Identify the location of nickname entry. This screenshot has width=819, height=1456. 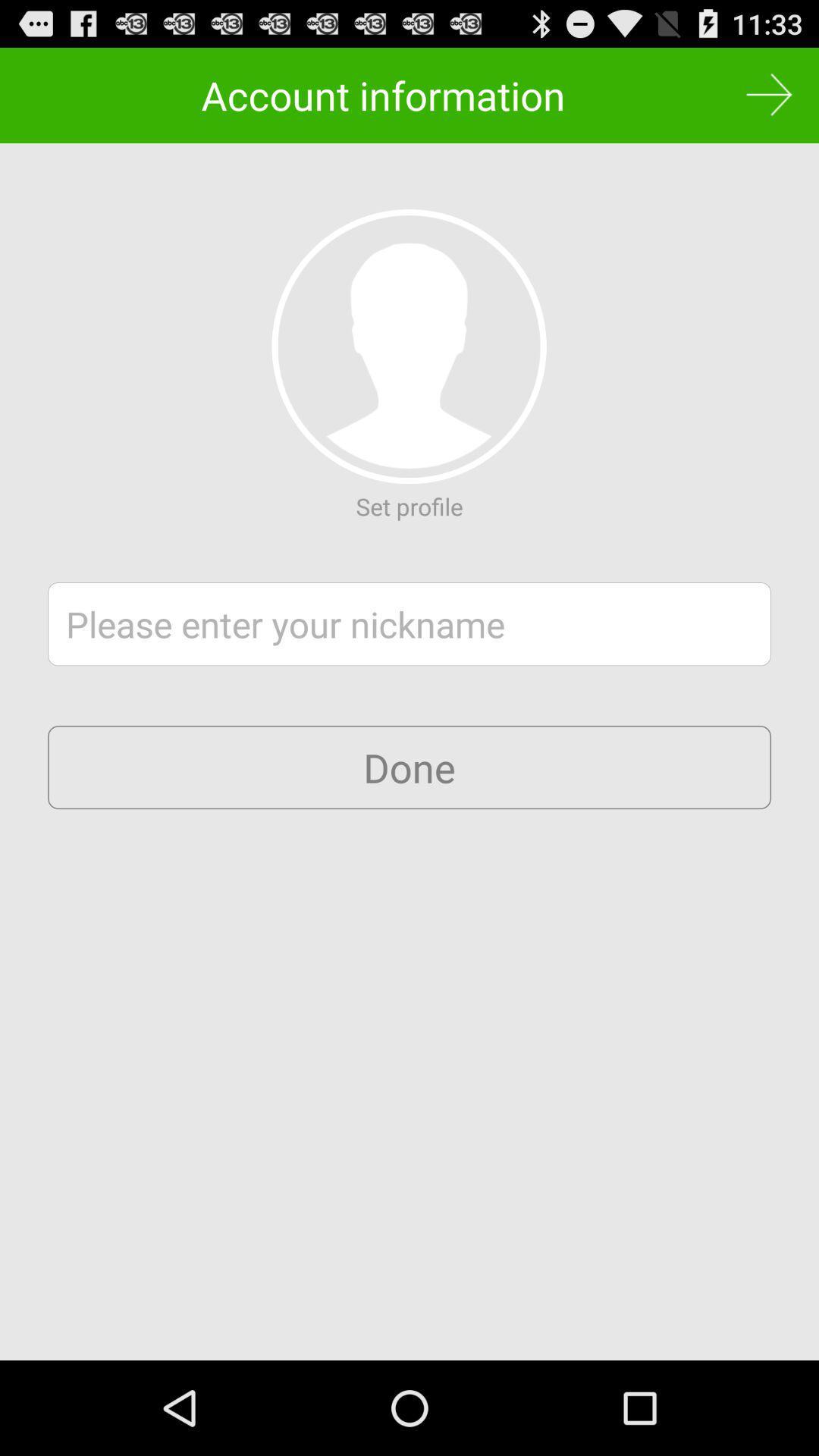
(409, 624).